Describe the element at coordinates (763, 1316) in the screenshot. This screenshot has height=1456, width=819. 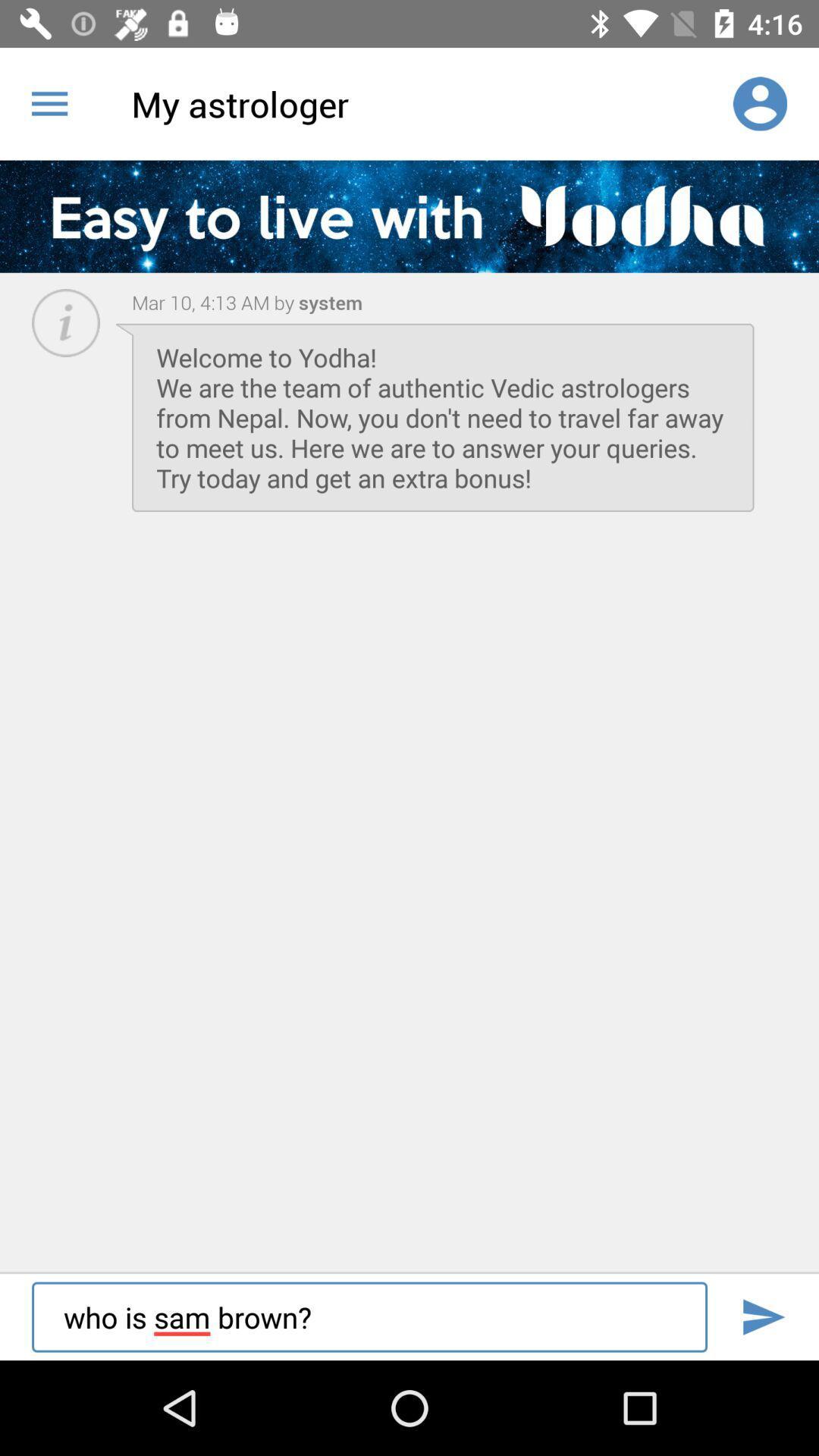
I see `item to the right of the who is sam icon` at that location.